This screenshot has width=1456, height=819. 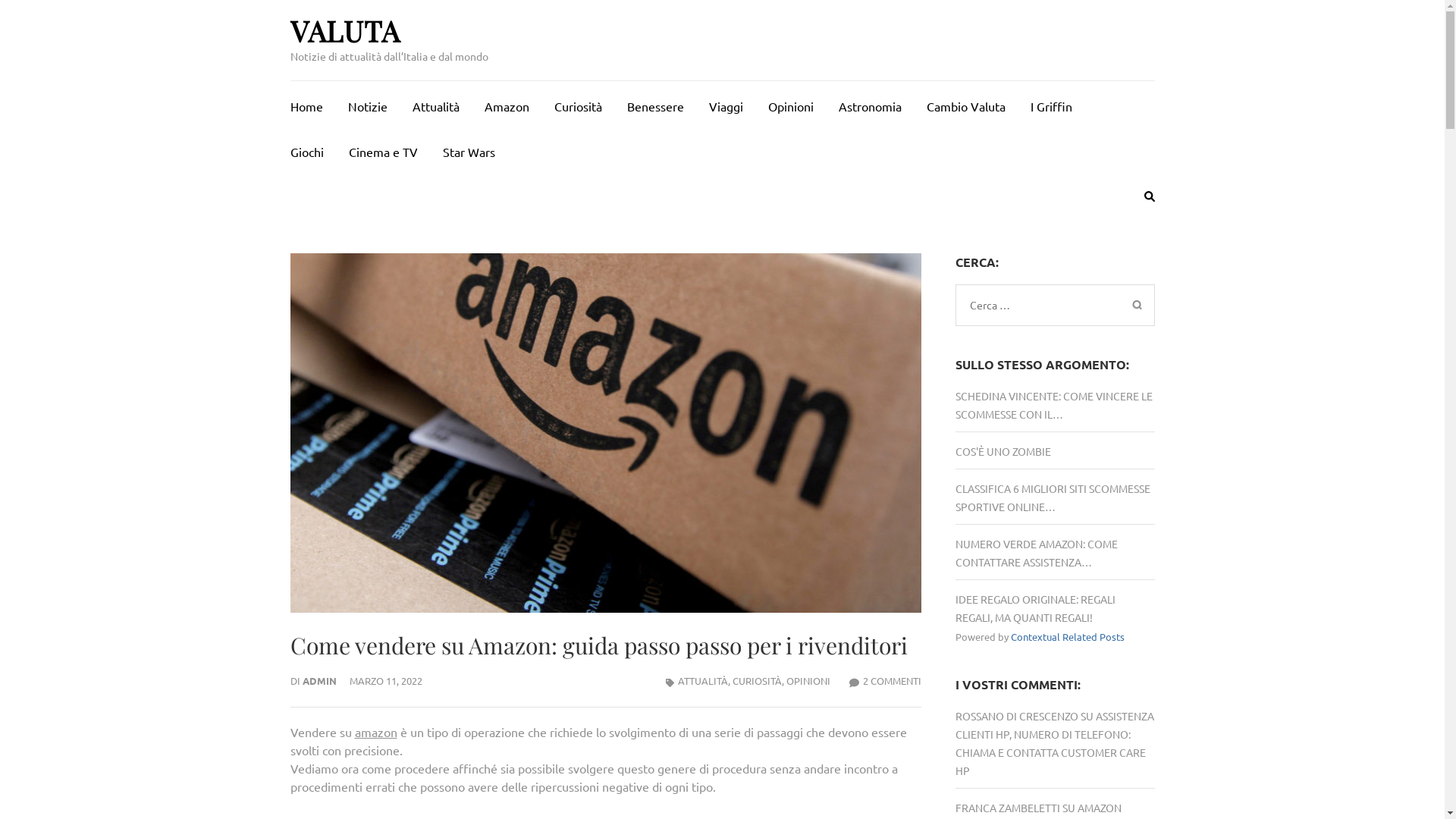 I want to click on 'Star Wars', so click(x=468, y=149).